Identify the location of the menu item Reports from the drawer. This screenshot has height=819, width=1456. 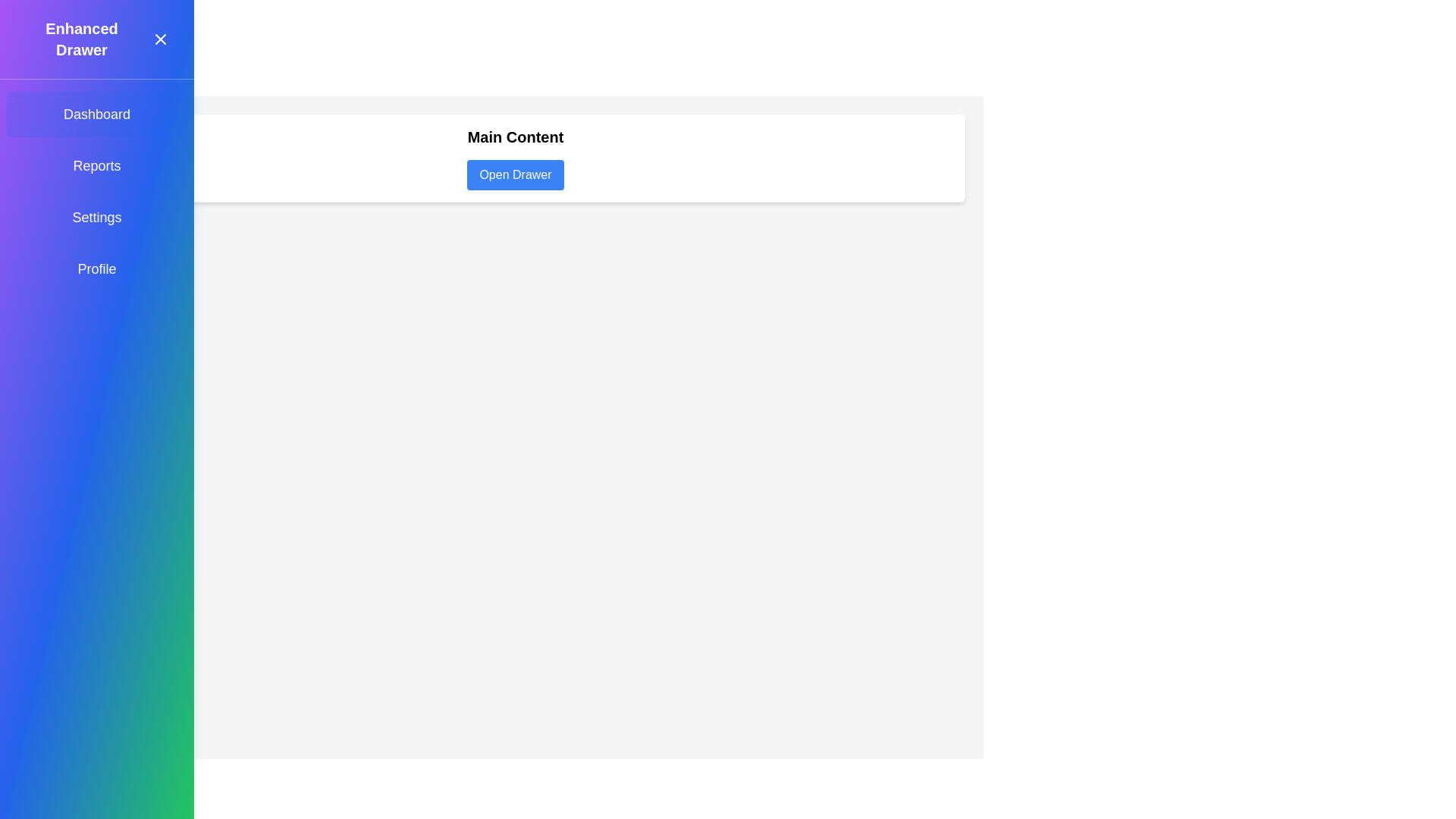
(96, 166).